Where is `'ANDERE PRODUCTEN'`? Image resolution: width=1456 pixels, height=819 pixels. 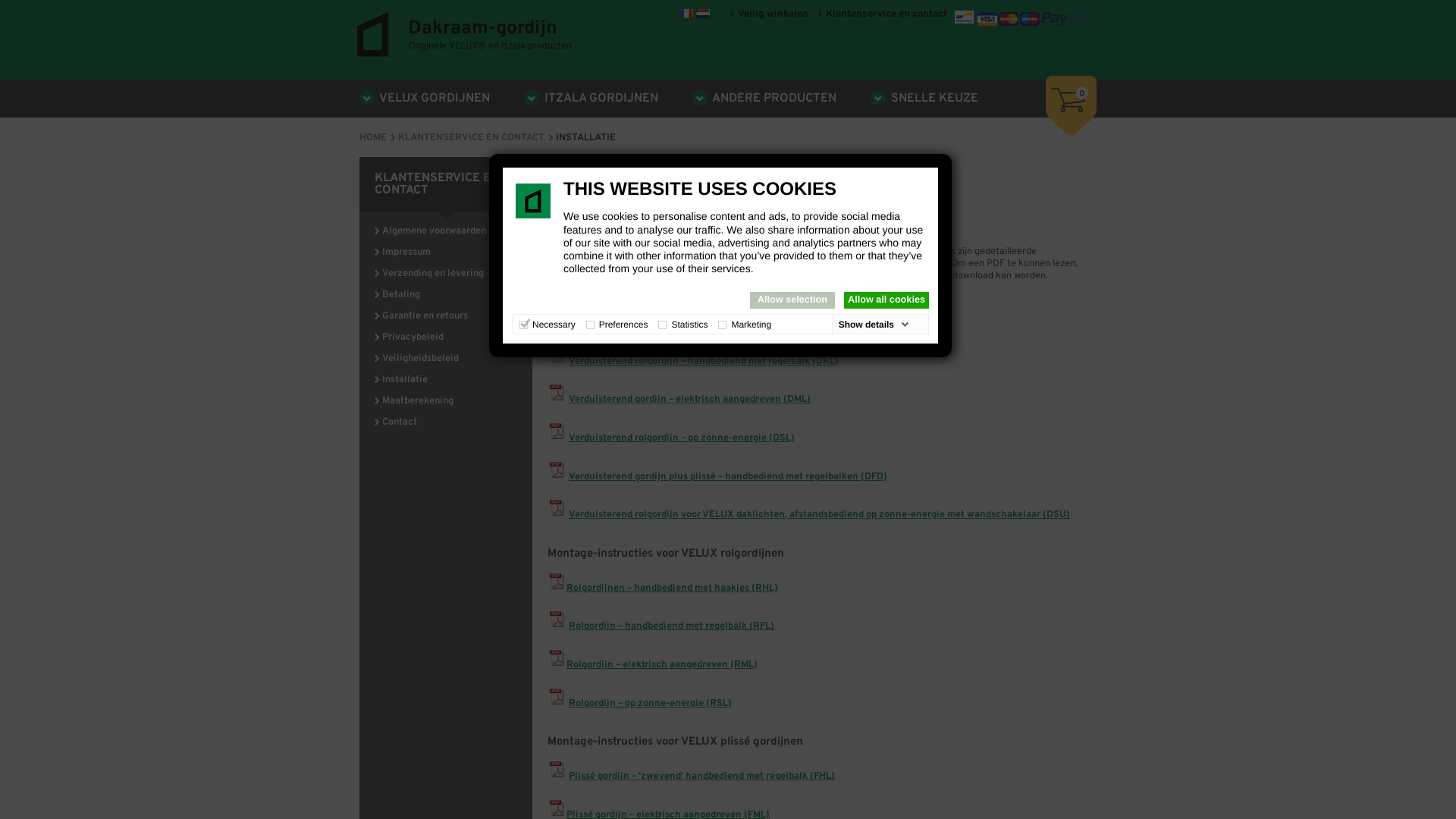
'ANDERE PRODUCTEN' is located at coordinates (764, 99).